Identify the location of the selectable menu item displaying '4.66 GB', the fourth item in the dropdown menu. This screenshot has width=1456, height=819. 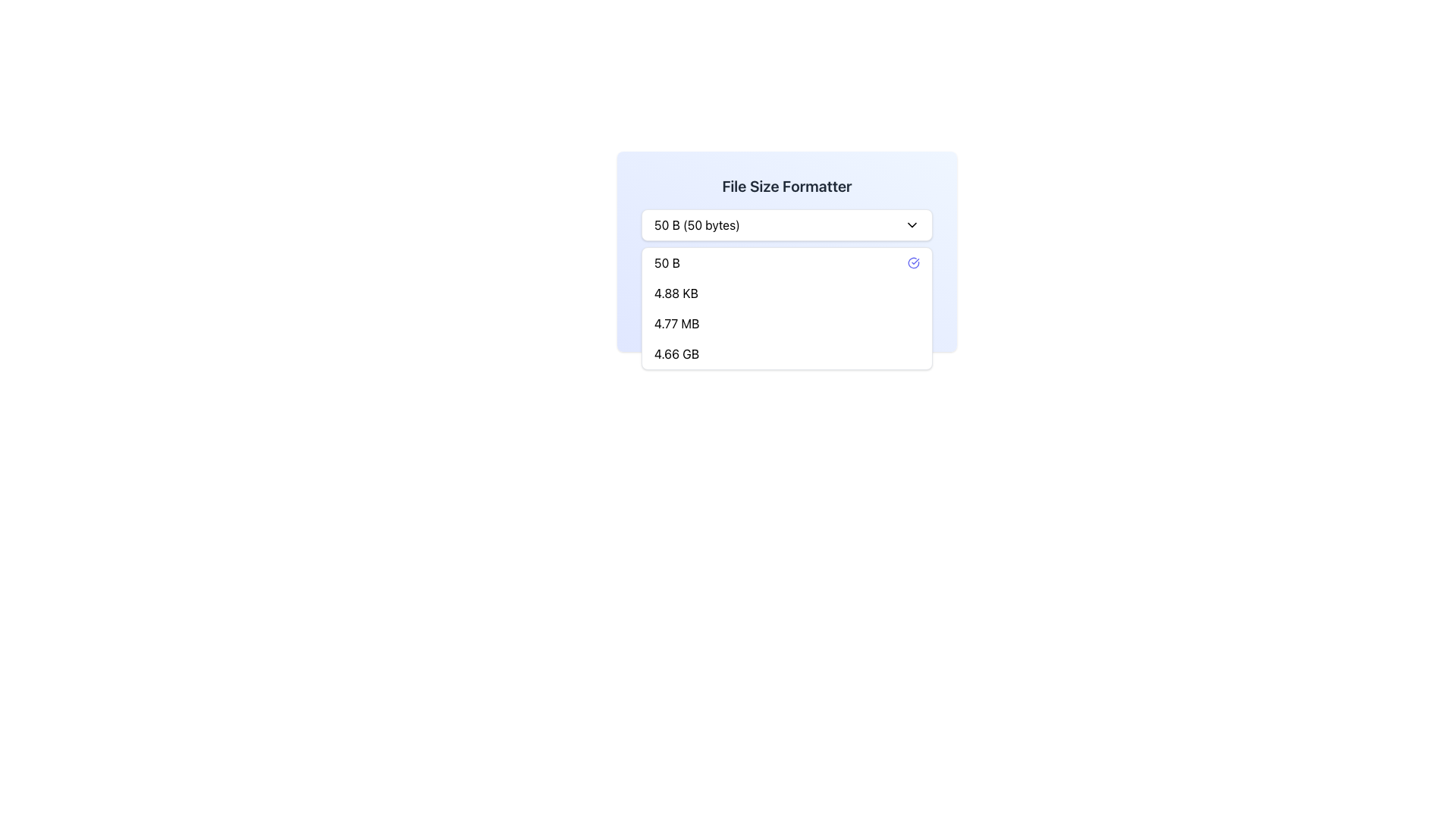
(786, 353).